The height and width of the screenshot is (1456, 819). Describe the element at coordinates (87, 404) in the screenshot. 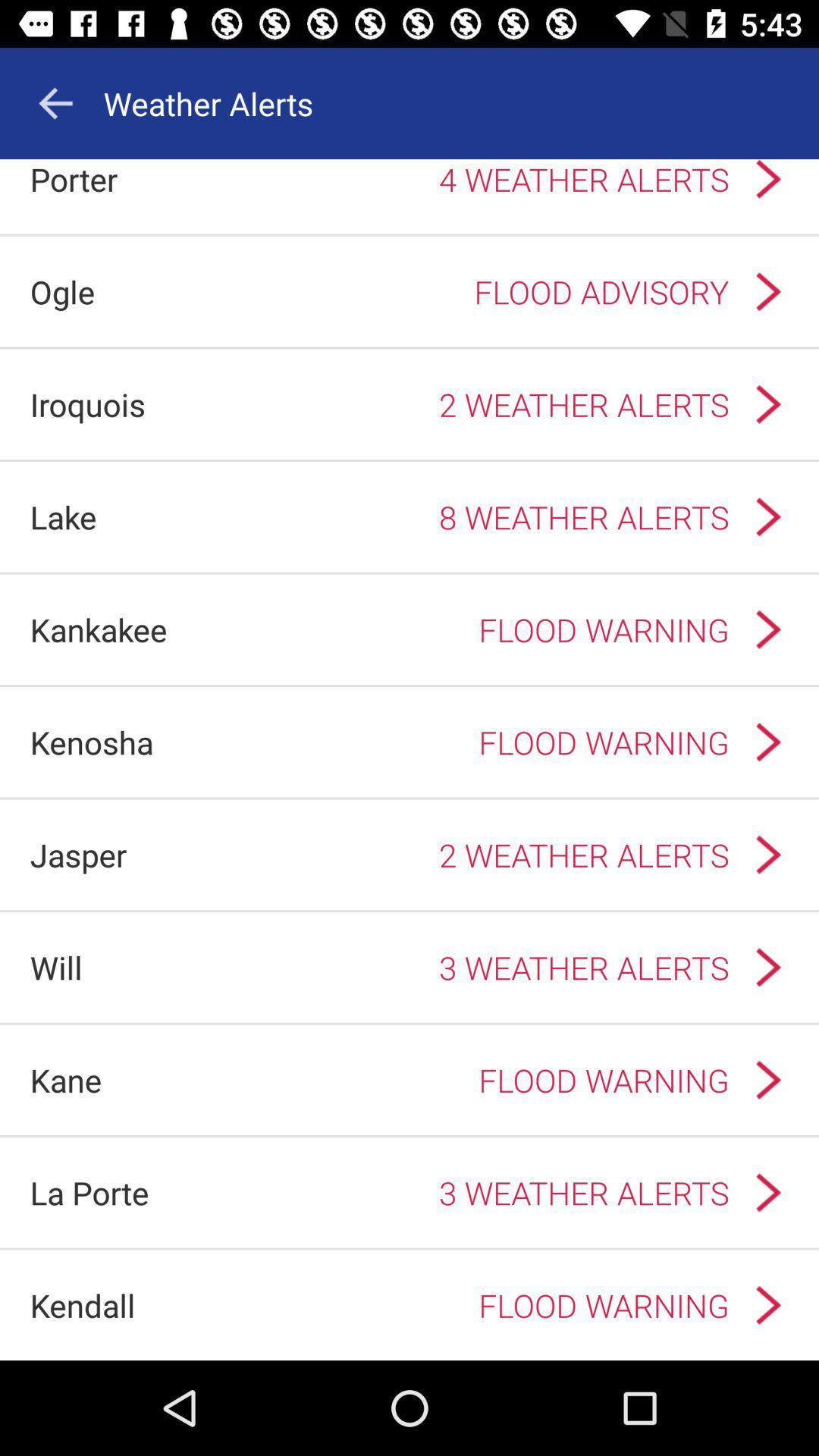

I see `the app below the ogle item` at that location.